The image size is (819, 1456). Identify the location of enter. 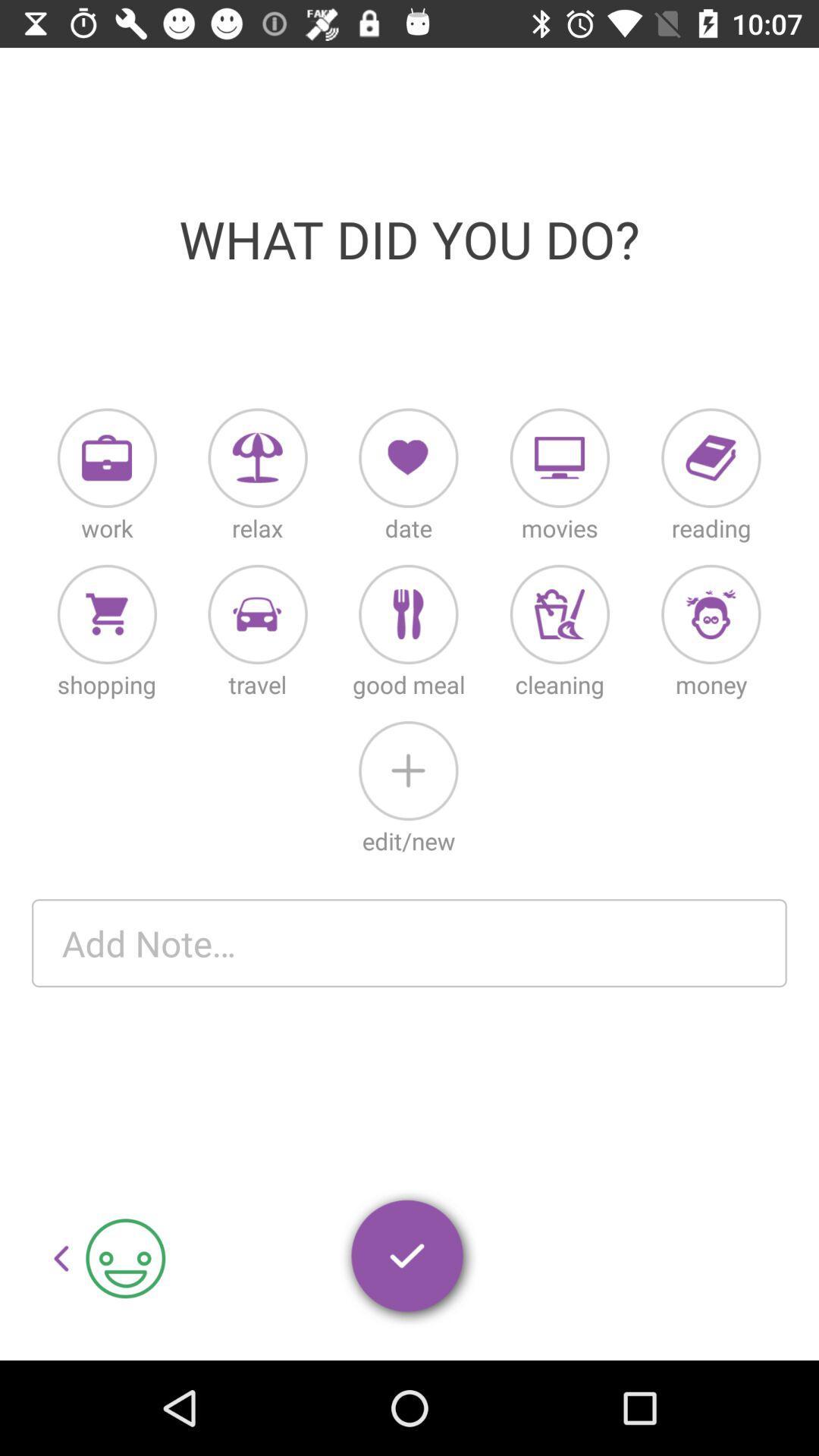
(408, 1259).